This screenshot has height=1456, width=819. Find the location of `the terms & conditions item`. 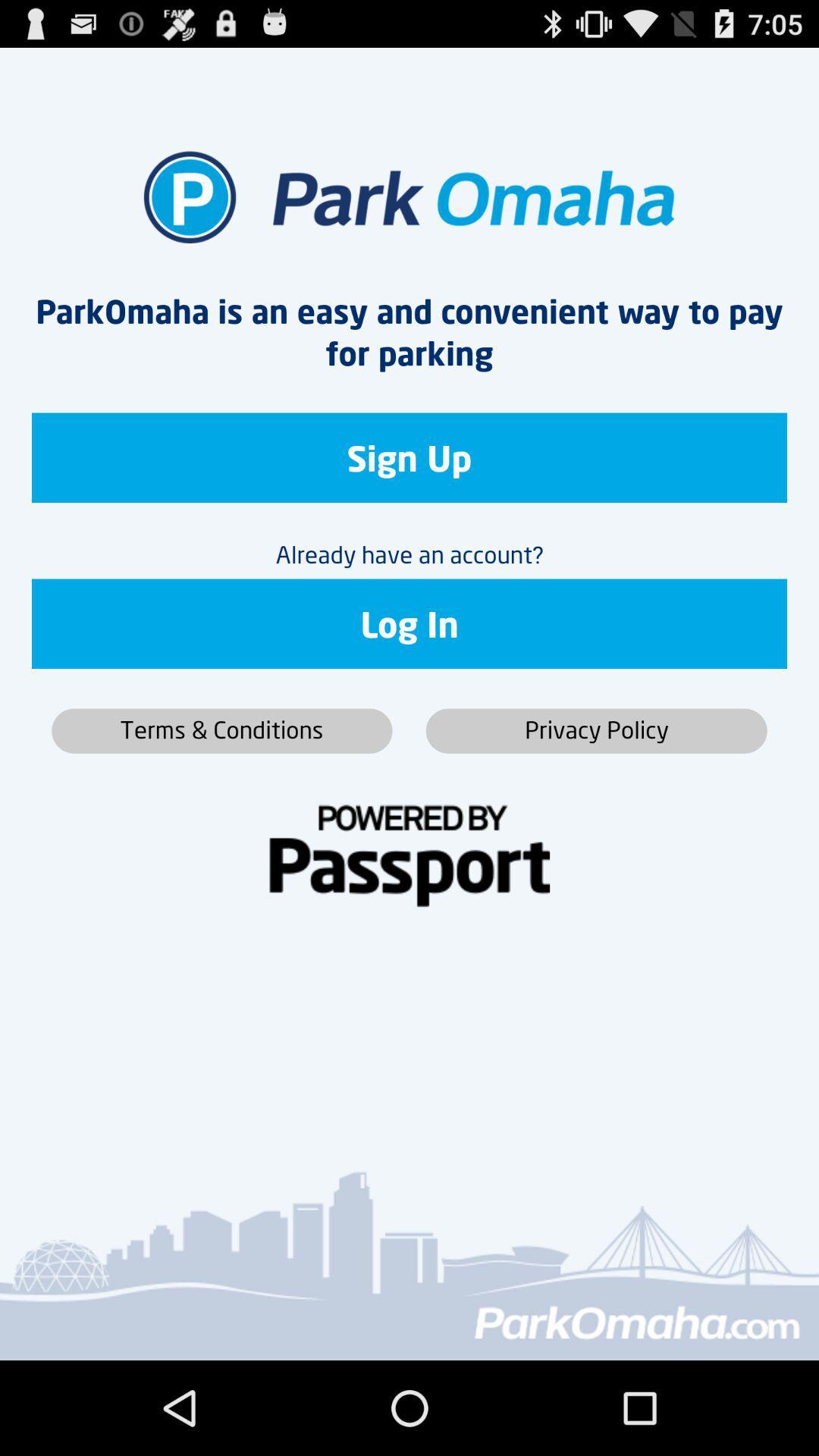

the terms & conditions item is located at coordinates (221, 731).